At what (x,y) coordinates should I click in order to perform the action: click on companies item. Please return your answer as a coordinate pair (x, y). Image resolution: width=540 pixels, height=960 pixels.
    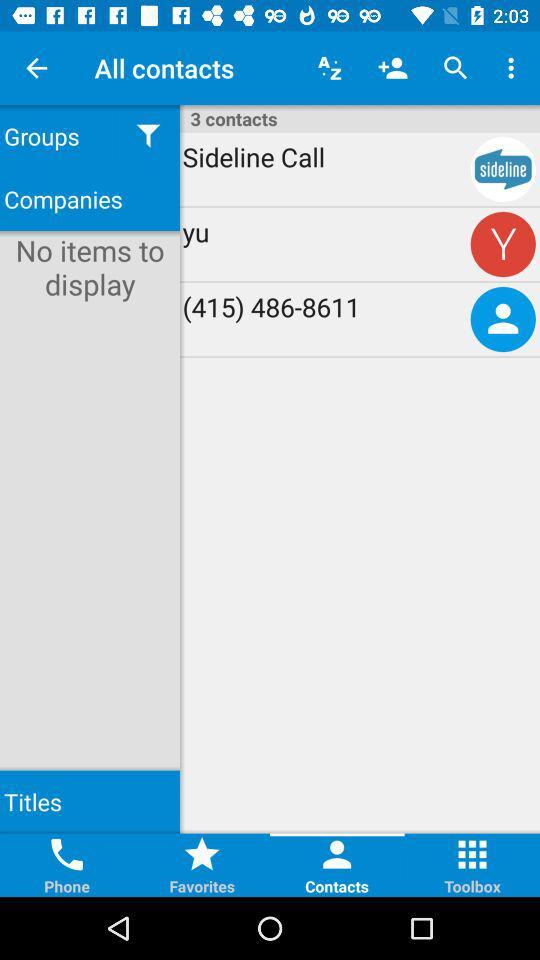
    Looking at the image, I should click on (89, 199).